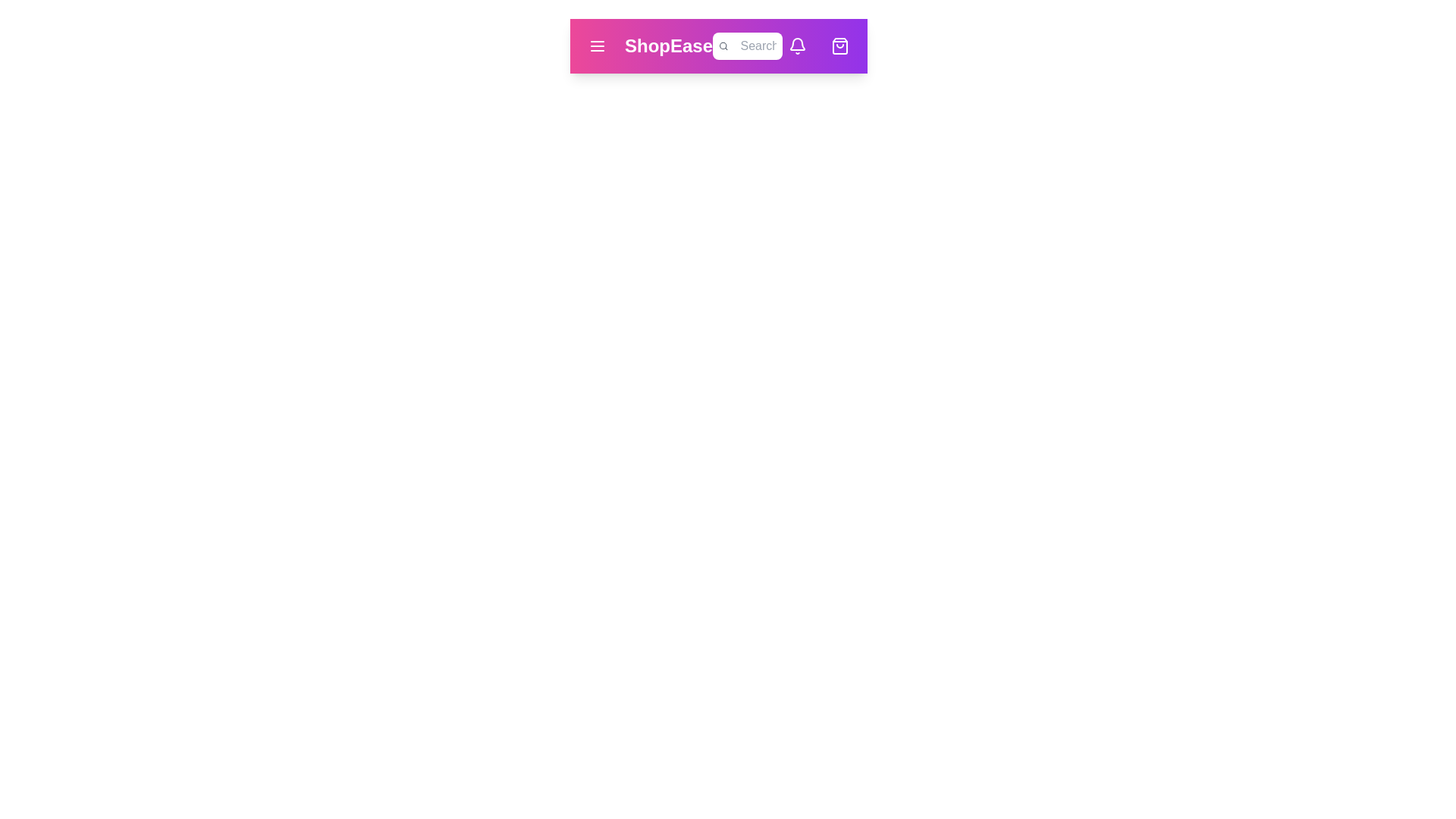  Describe the element at coordinates (668, 45) in the screenshot. I see `the brand name 'ShopEase' to return to the homepage` at that location.